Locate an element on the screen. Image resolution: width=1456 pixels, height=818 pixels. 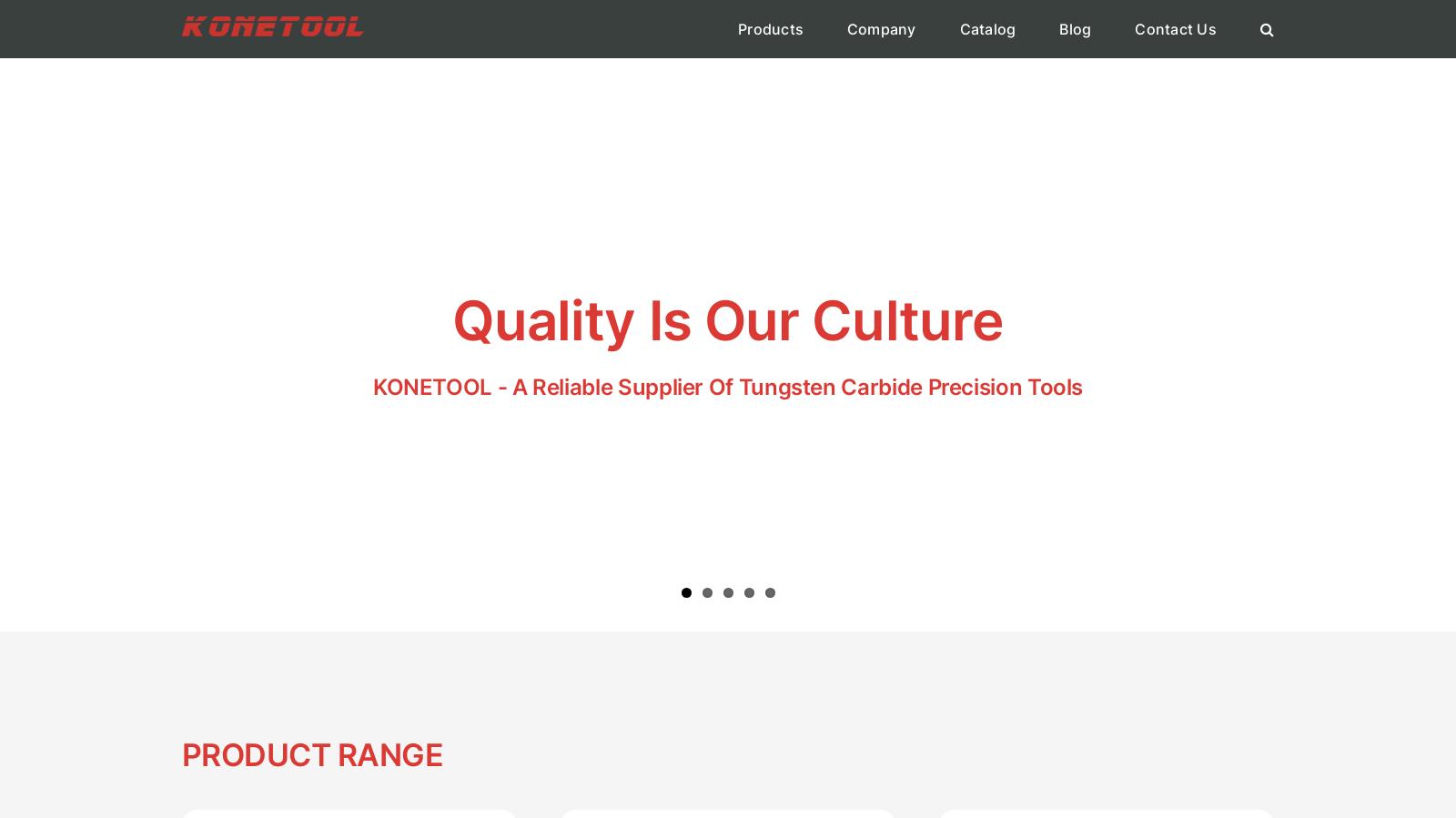
'Quality Is Our Culture' is located at coordinates (727, 318).